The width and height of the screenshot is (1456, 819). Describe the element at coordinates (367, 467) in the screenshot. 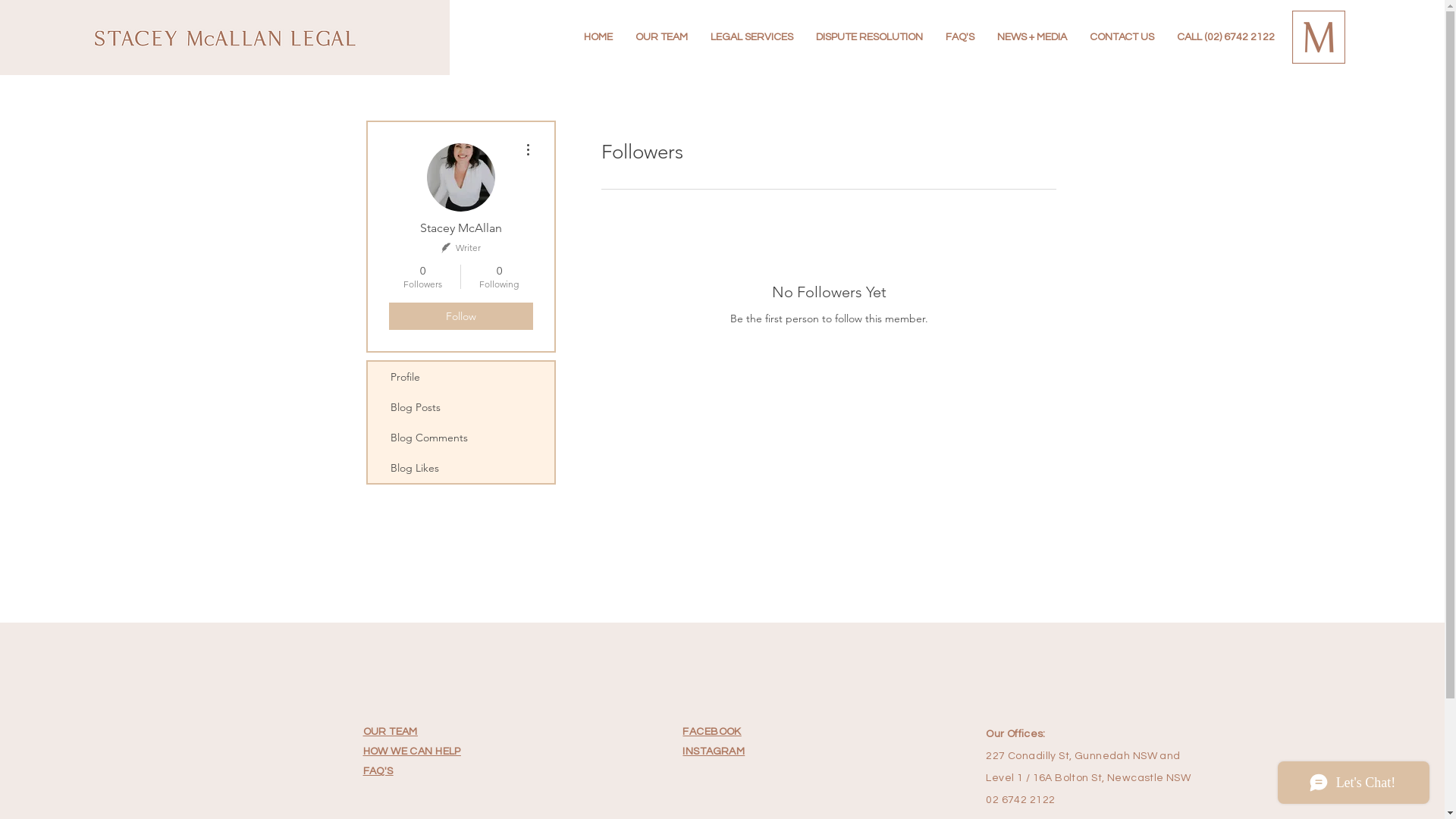

I see `'Blog Likes'` at that location.